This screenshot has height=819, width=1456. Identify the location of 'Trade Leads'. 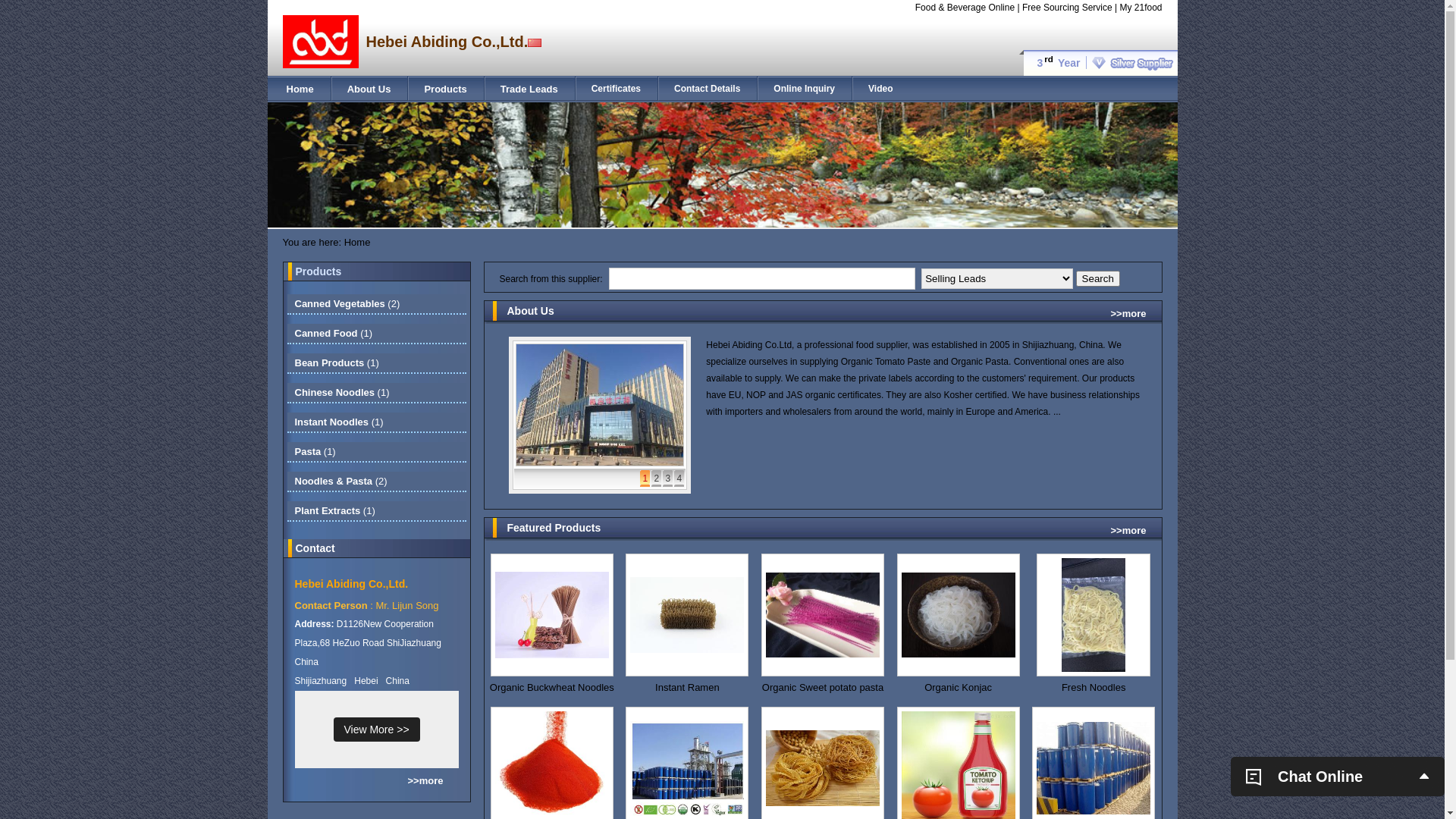
(529, 89).